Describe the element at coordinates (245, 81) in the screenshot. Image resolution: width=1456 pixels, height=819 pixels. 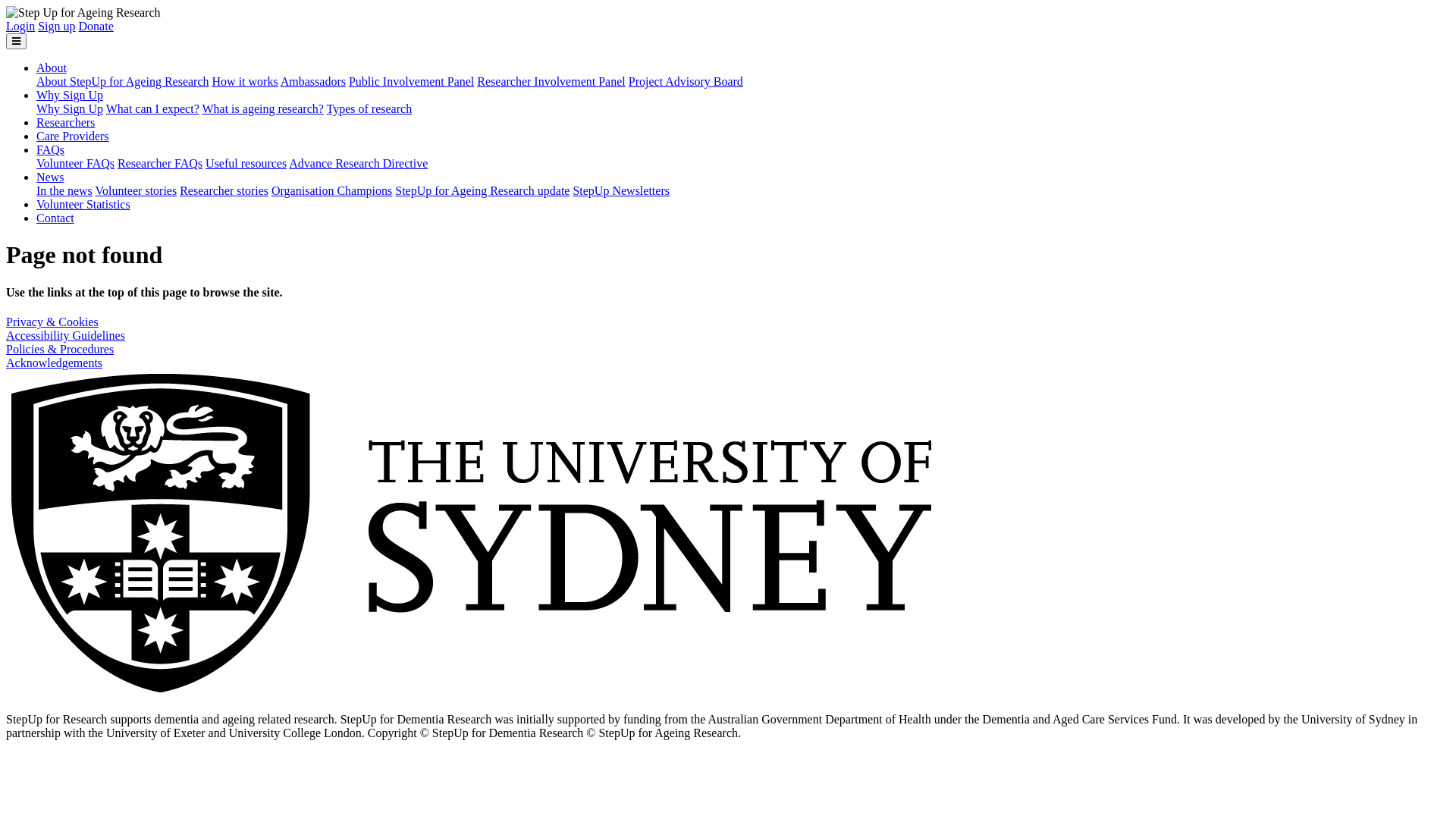
I see `'How it works'` at that location.